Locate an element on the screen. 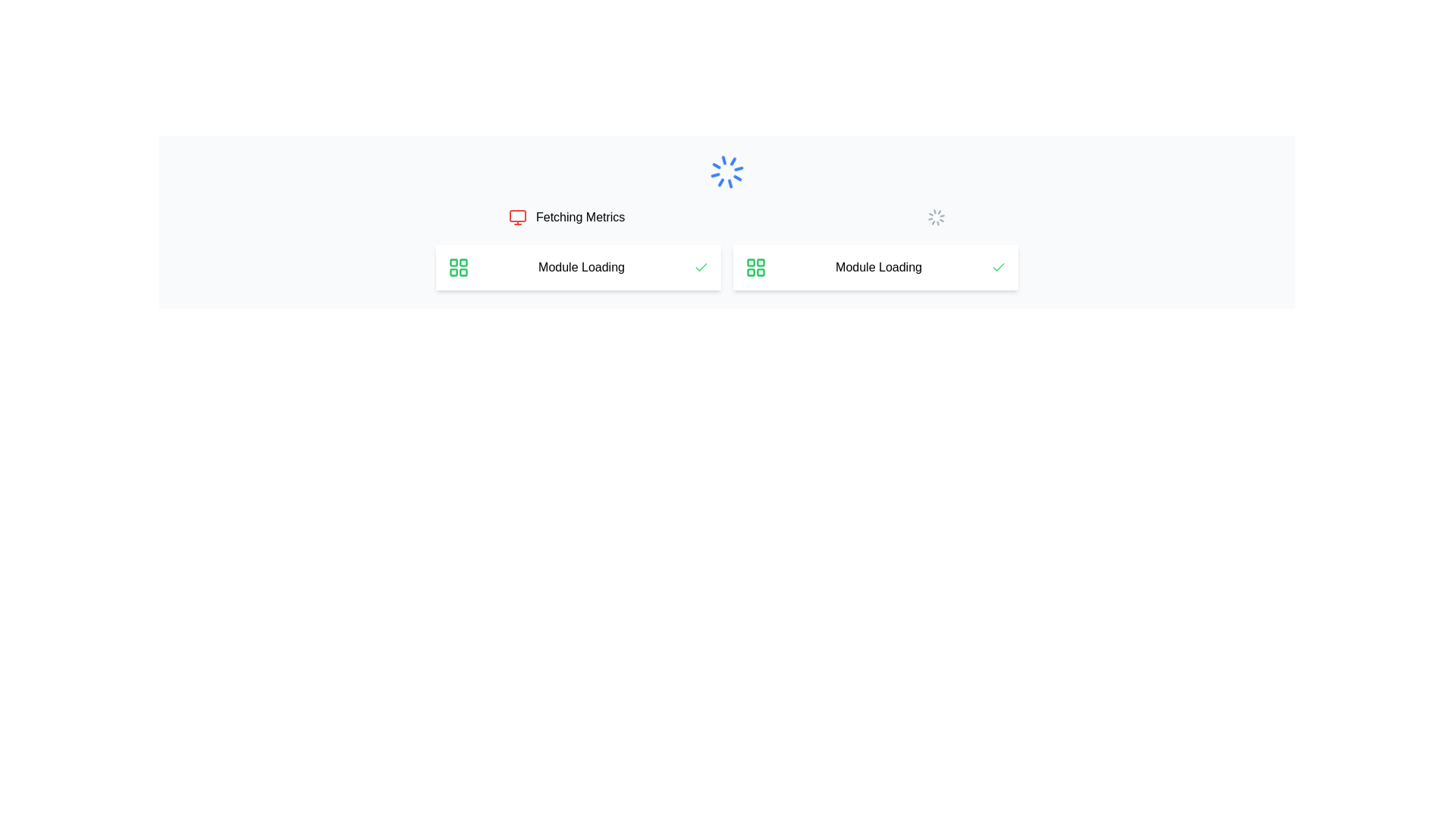 The height and width of the screenshot is (819, 1456). the red monitor icon located to the left of the 'Fetching Metrics' text for information is located at coordinates (517, 217).